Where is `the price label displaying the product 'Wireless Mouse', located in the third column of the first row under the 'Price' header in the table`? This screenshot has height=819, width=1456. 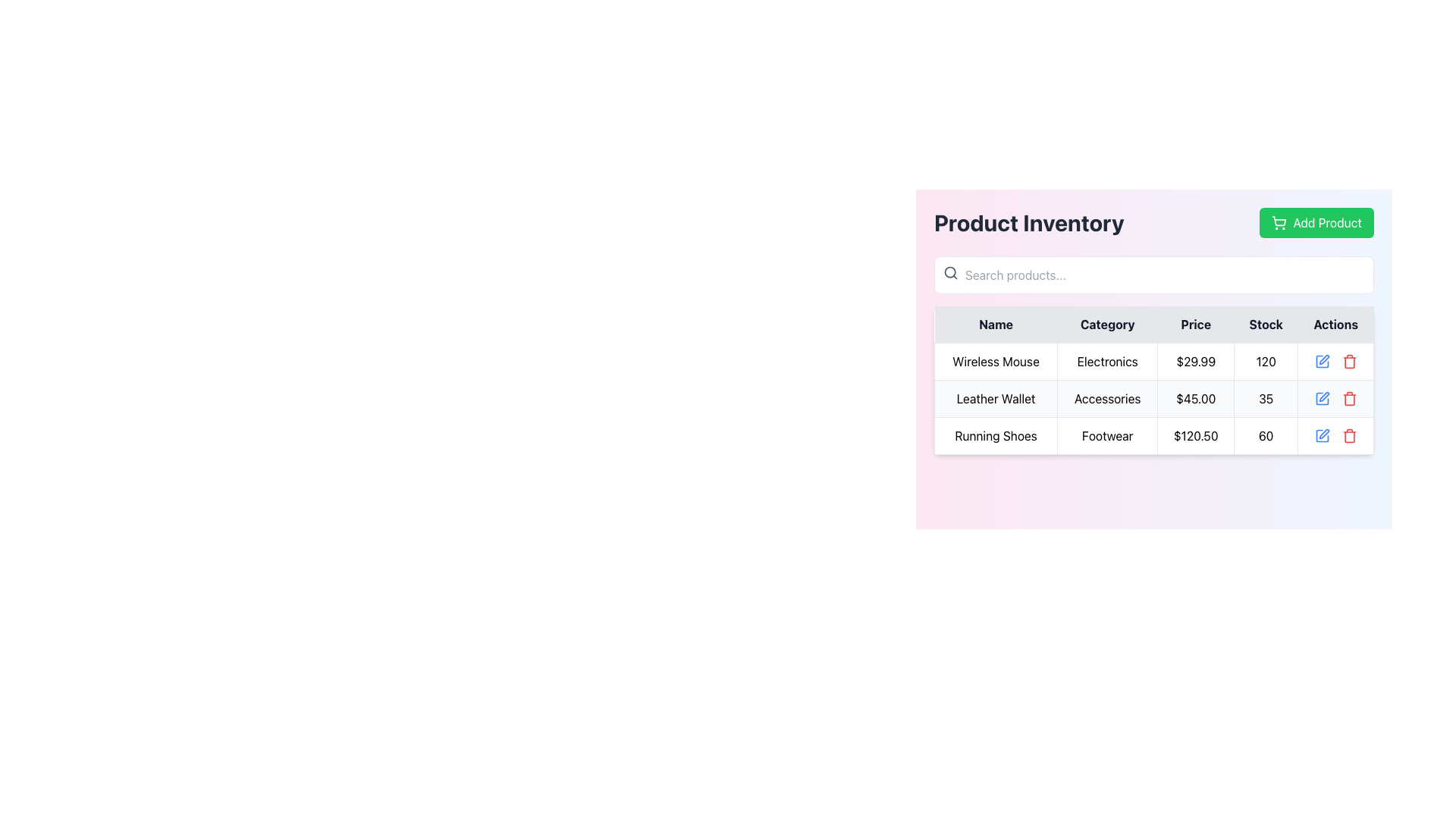
the price label displaying the product 'Wireless Mouse', located in the third column of the first row under the 'Price' header in the table is located at coordinates (1195, 362).